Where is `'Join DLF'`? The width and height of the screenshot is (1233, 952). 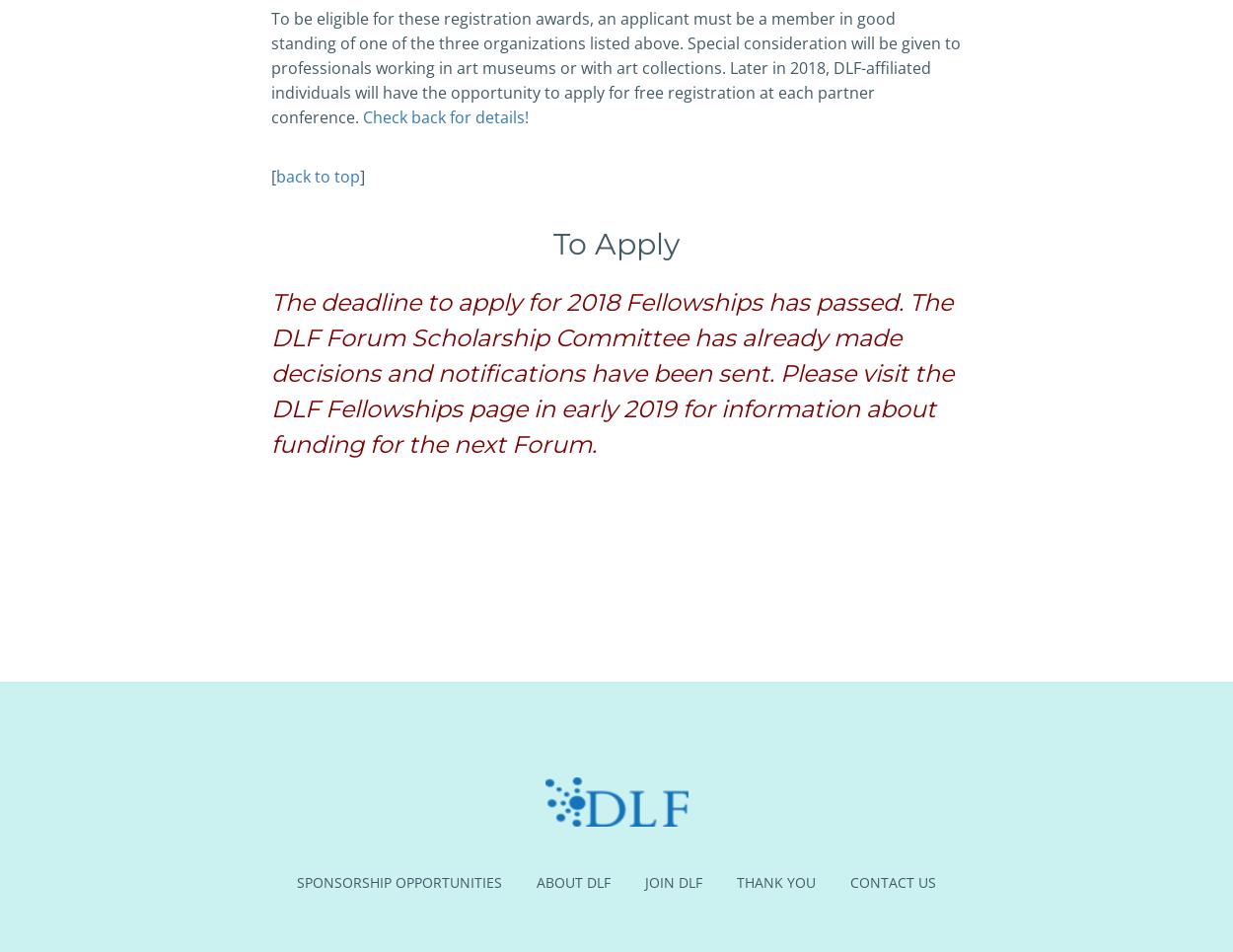
'Join DLF' is located at coordinates (645, 881).